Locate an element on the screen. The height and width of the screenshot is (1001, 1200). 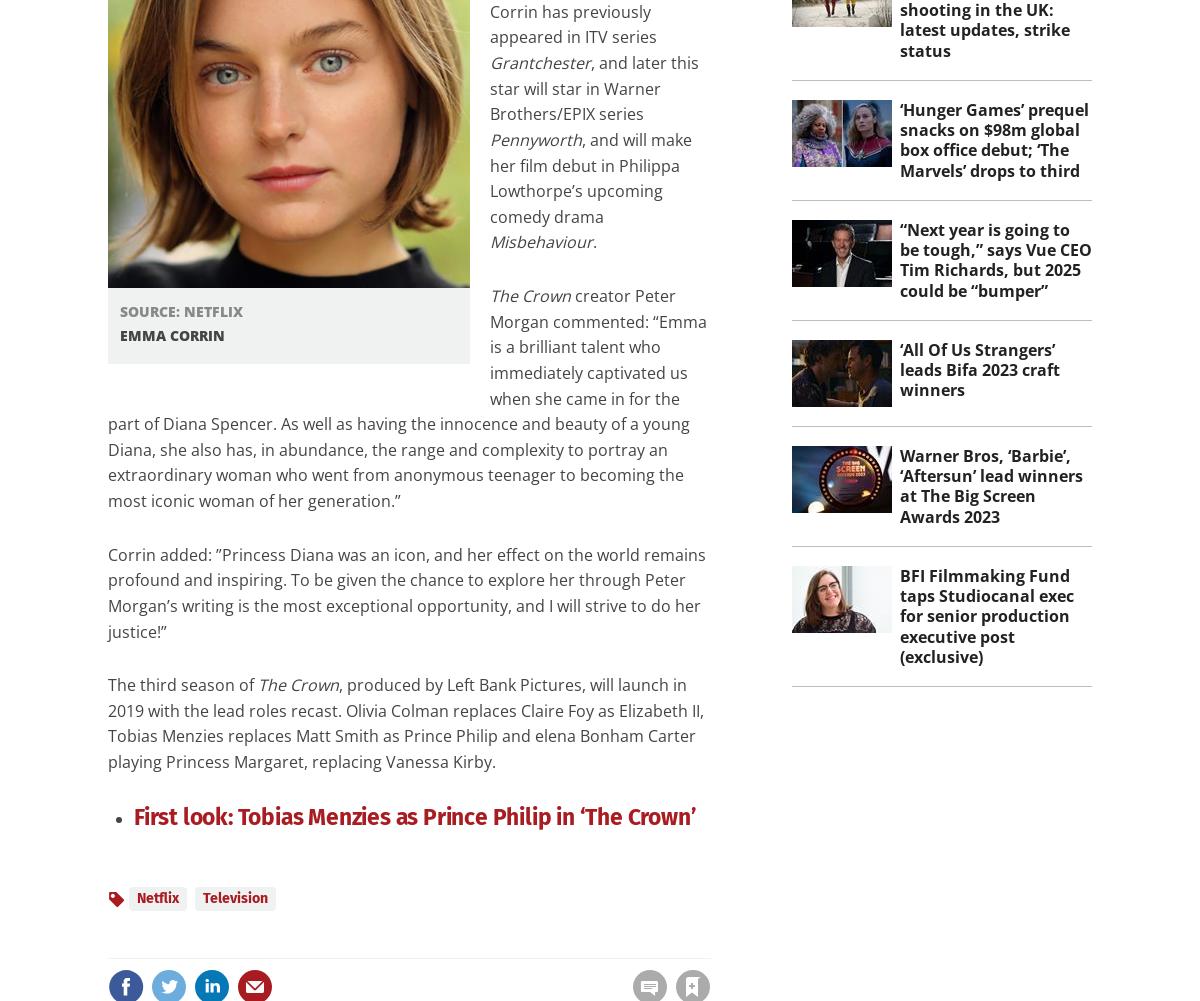
'creator Peter Morgan commented: “Emma is a brilliant talent who immediately captivated us when she came in for the part of Diana Spencer. As well as having the innocence and beauty of a young Diana, she also has, in abundance, the range and complexity to portray an extraordinary woman who went from anonymous teenager to becoming the most iconic woman of her generation.”' is located at coordinates (407, 397).